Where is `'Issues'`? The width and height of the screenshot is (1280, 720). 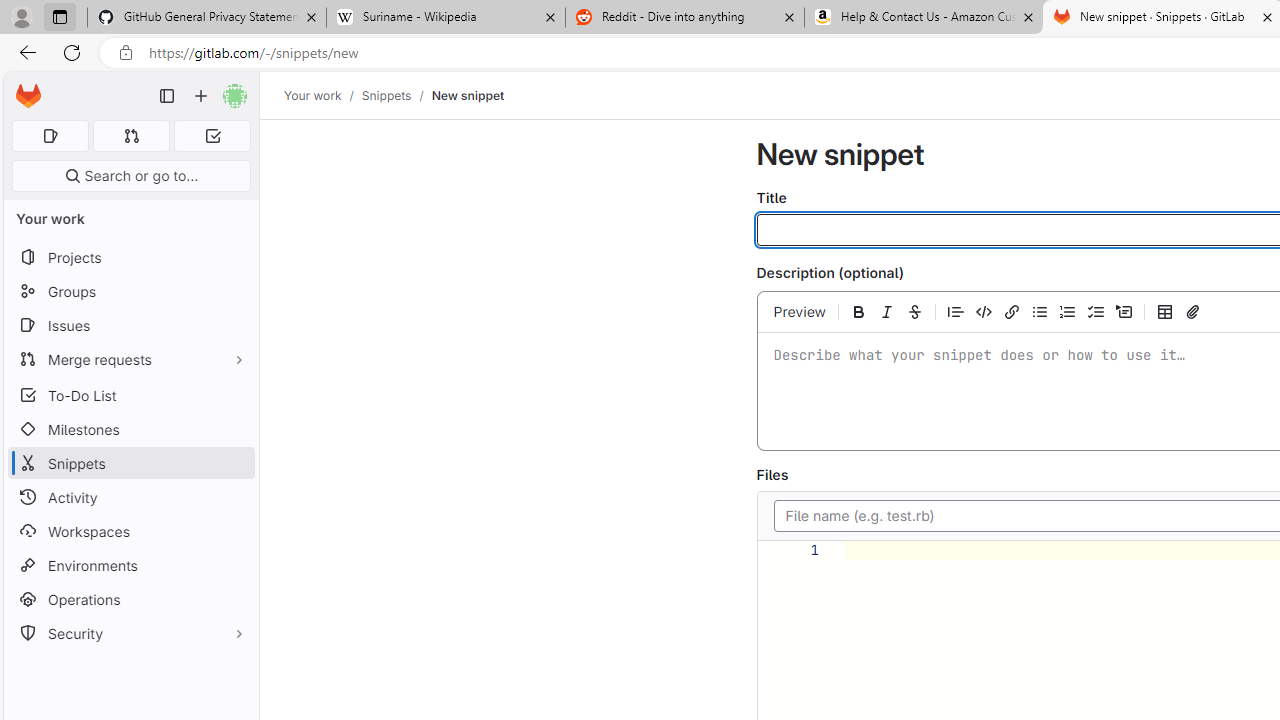 'Issues' is located at coordinates (130, 324).